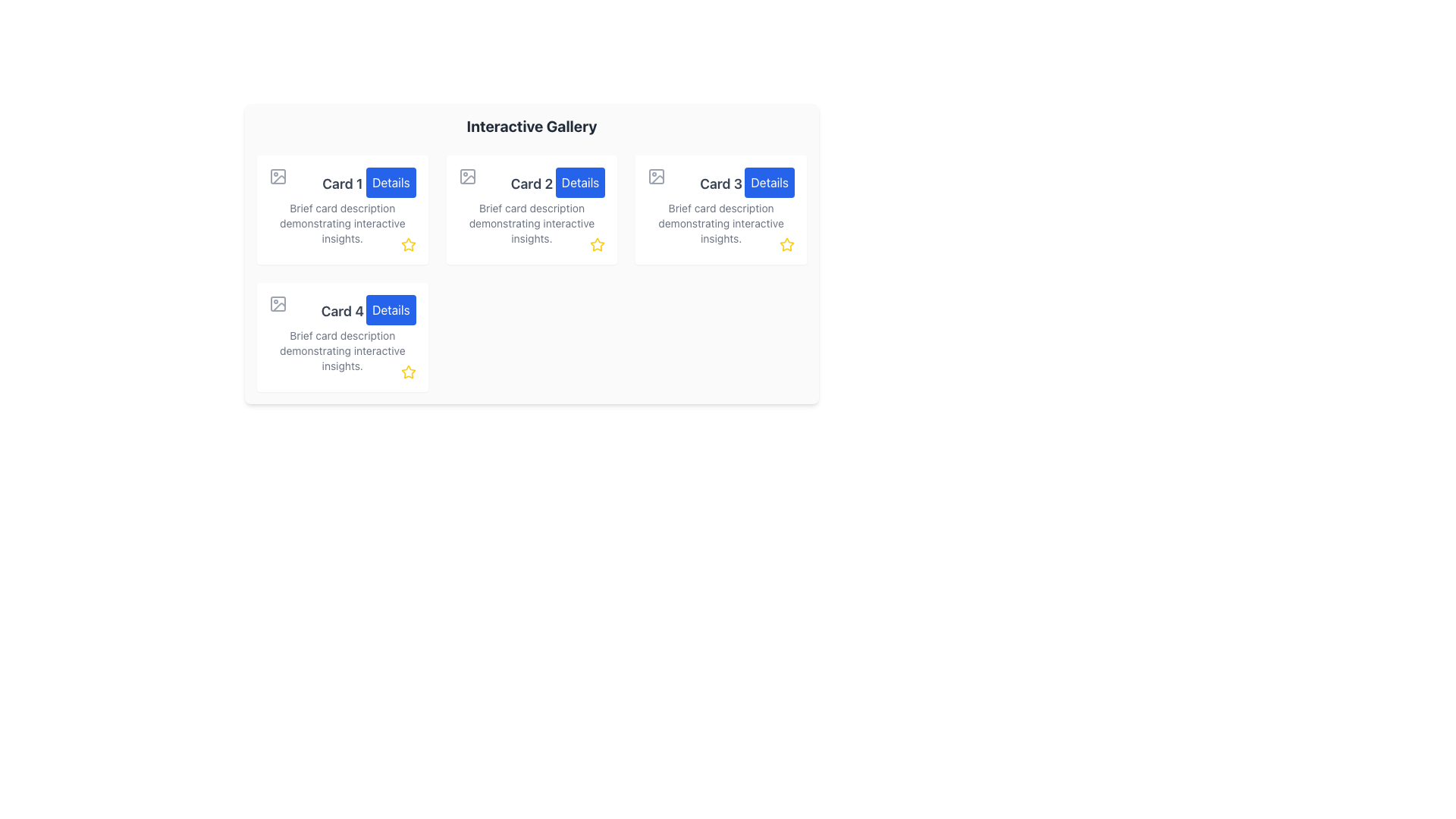 The image size is (1456, 819). What do you see at coordinates (391, 181) in the screenshot?
I see `the button located in the top-right corner of 'Card 1' which allows users to expand or view additional details related to the card's content` at bounding box center [391, 181].